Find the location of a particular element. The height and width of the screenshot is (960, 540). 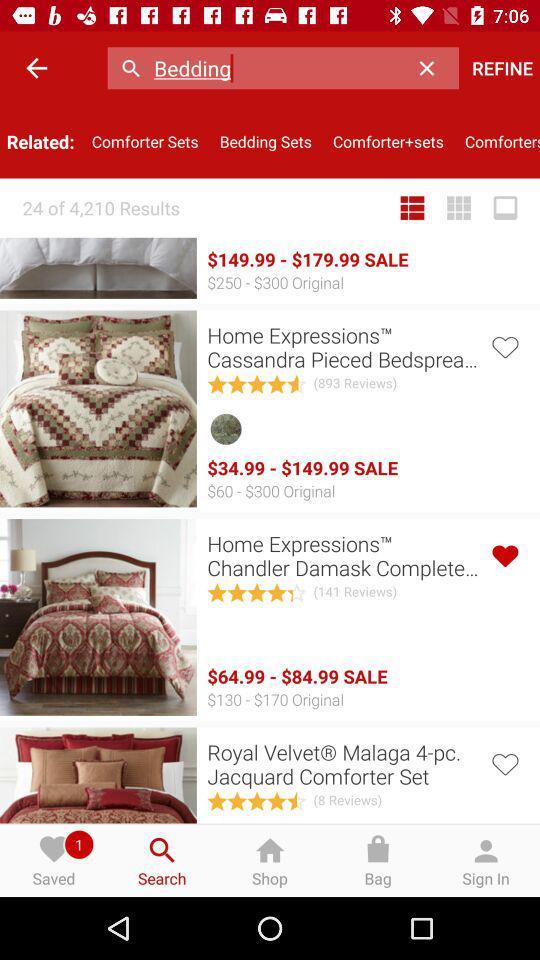

the item next to 24 of 4 item is located at coordinates (411, 208).